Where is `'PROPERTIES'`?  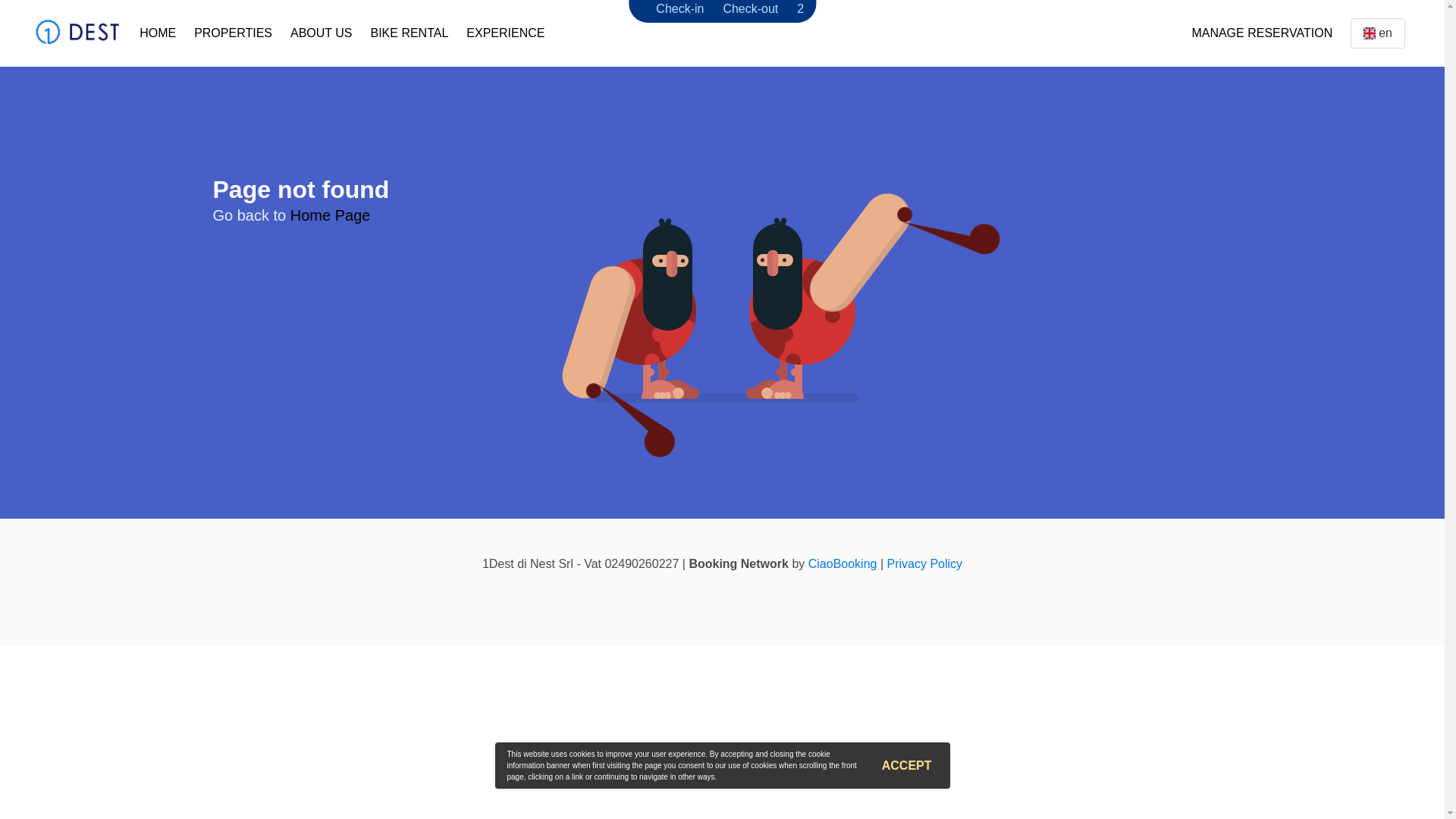
'PROPERTIES' is located at coordinates (184, 33).